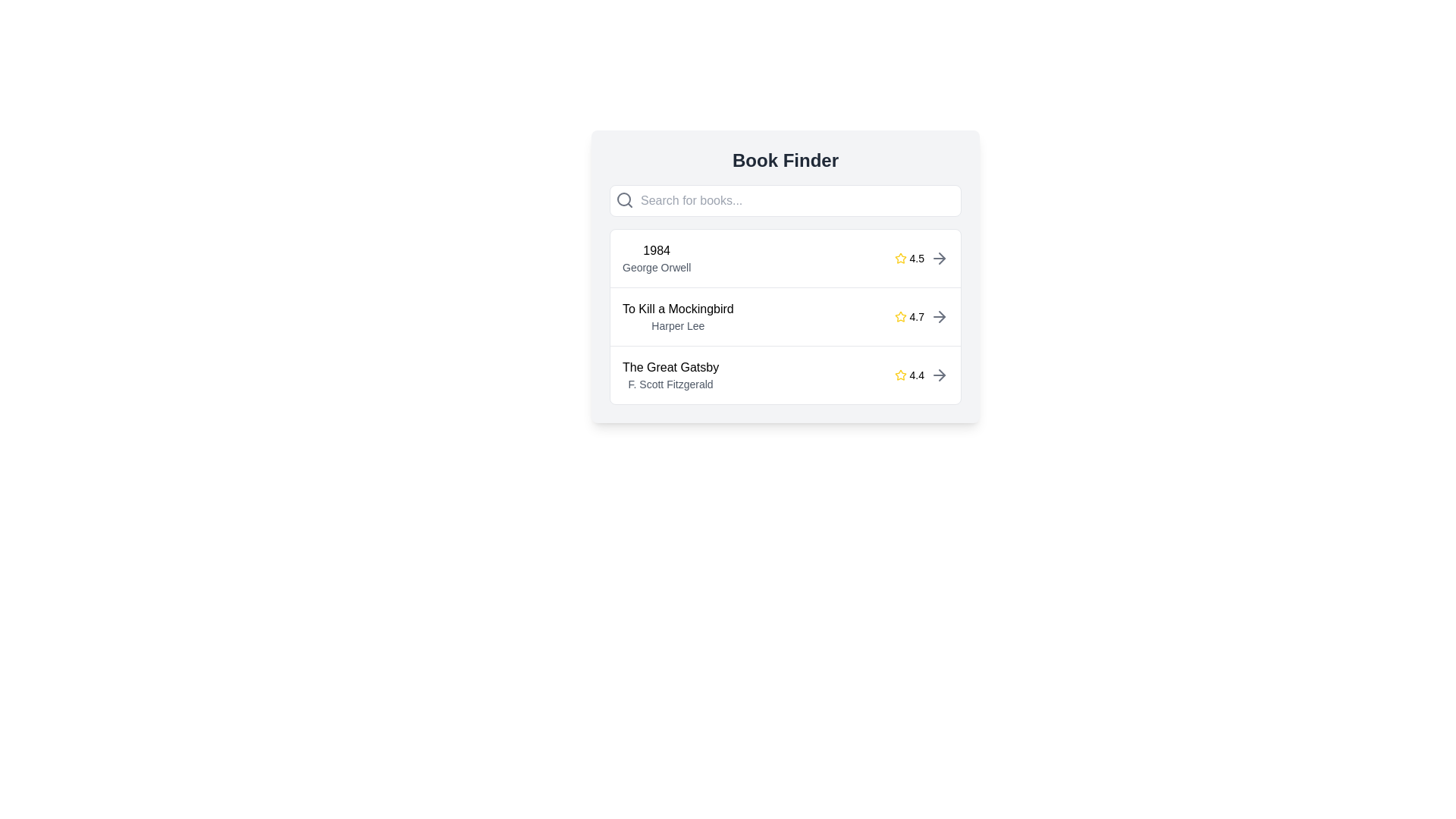 The width and height of the screenshot is (1456, 819). What do you see at coordinates (900, 375) in the screenshot?
I see `the appearance of the star graphical icon, which is styled with a yellow border and hollow center, located to the right of the '1984' book entry's title and subtitle` at bounding box center [900, 375].